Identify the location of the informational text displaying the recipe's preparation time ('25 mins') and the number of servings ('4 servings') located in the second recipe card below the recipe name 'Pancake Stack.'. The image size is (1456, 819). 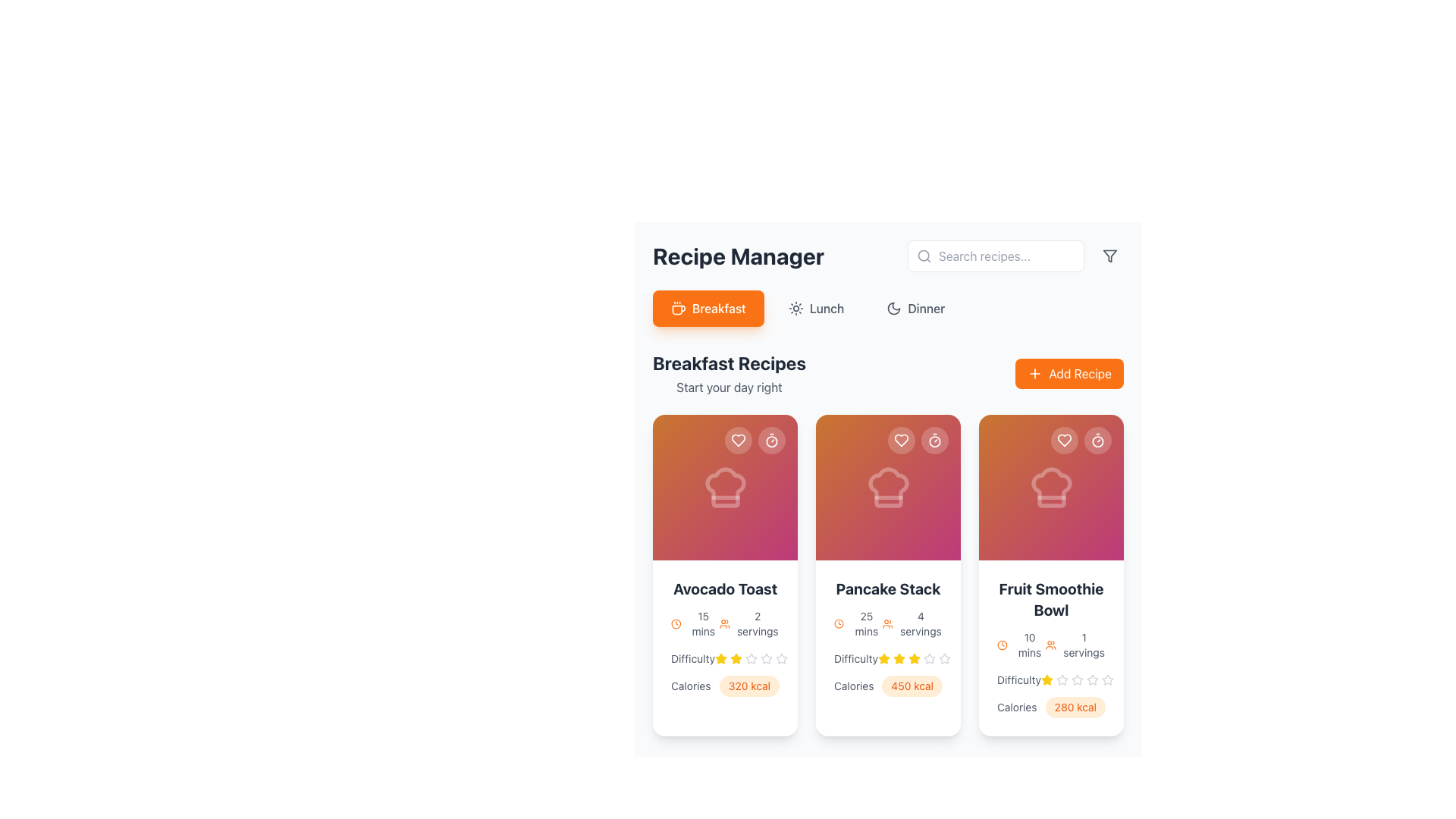
(888, 623).